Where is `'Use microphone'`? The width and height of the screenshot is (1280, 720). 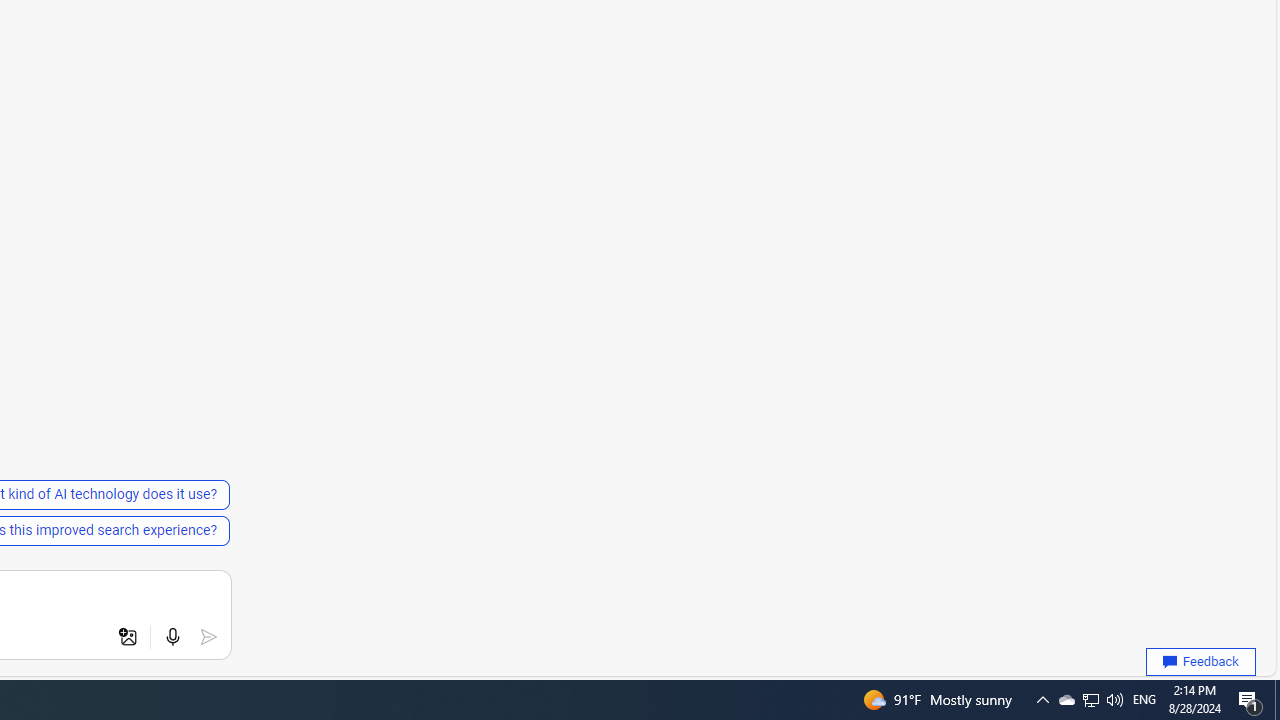 'Use microphone' is located at coordinates (172, 637).